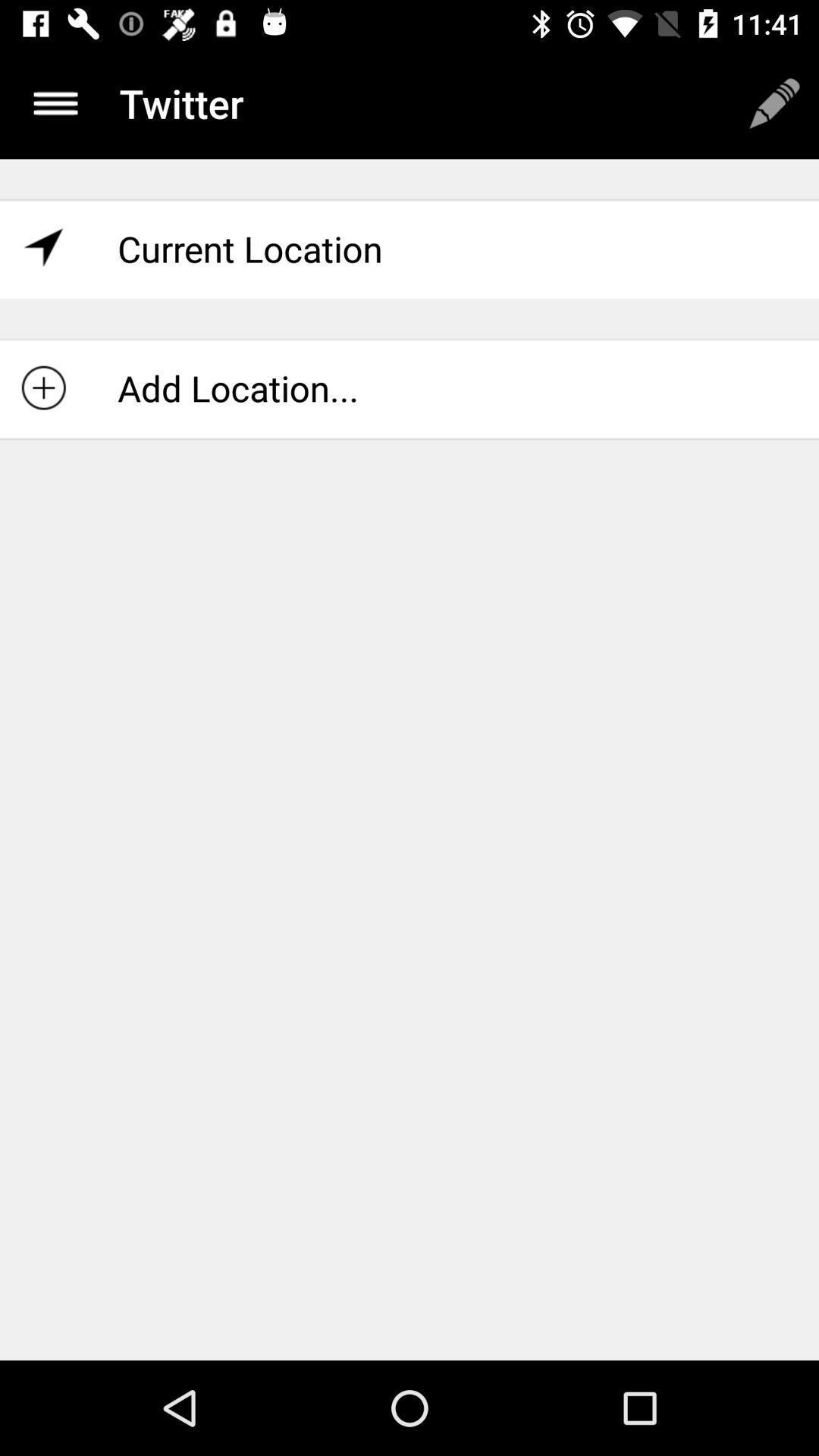 This screenshot has width=819, height=1456. What do you see at coordinates (774, 102) in the screenshot?
I see `the icon above current location item` at bounding box center [774, 102].